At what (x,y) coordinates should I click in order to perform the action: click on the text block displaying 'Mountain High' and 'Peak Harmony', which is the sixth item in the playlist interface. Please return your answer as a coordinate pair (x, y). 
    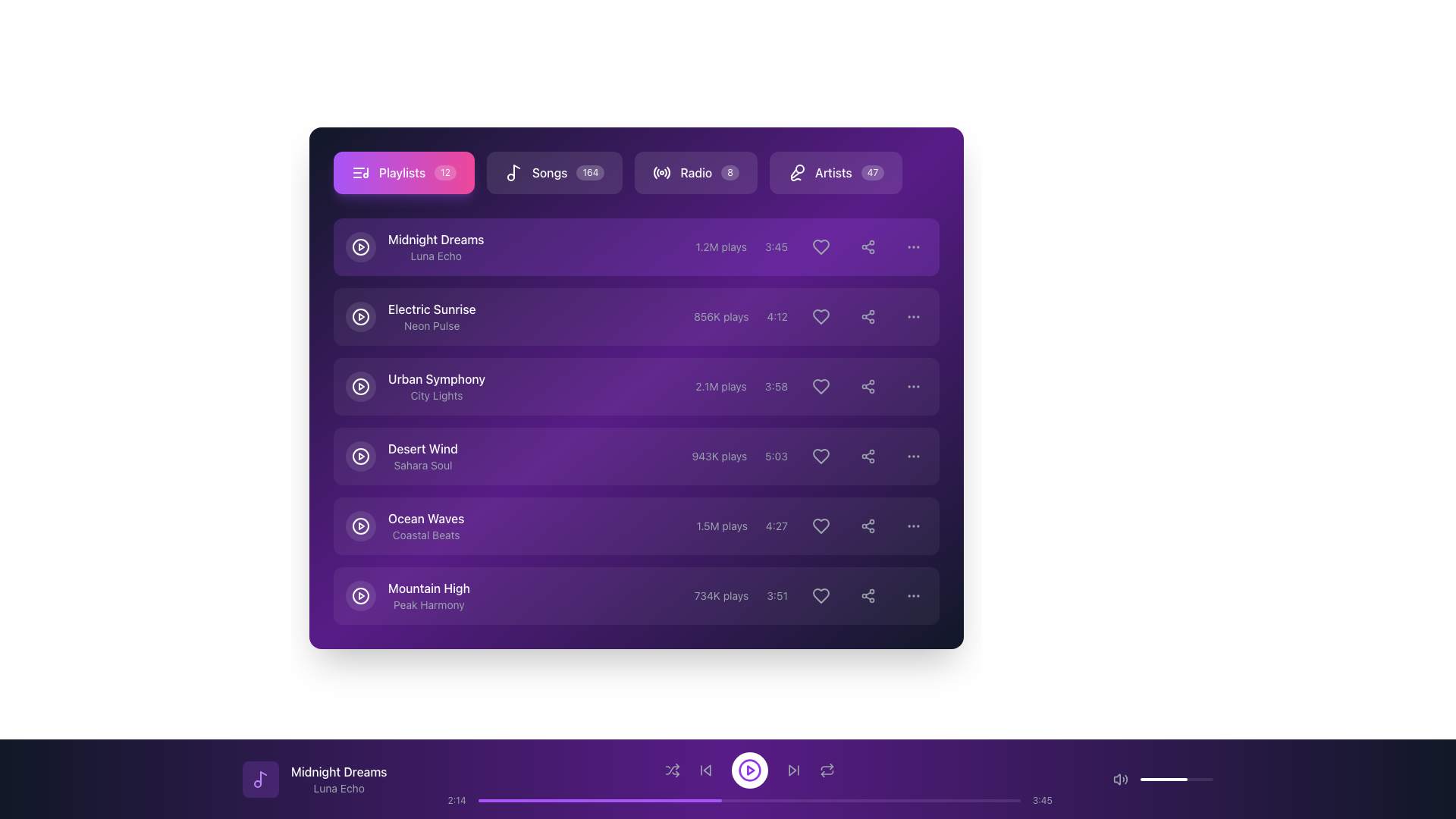
    Looking at the image, I should click on (407, 595).